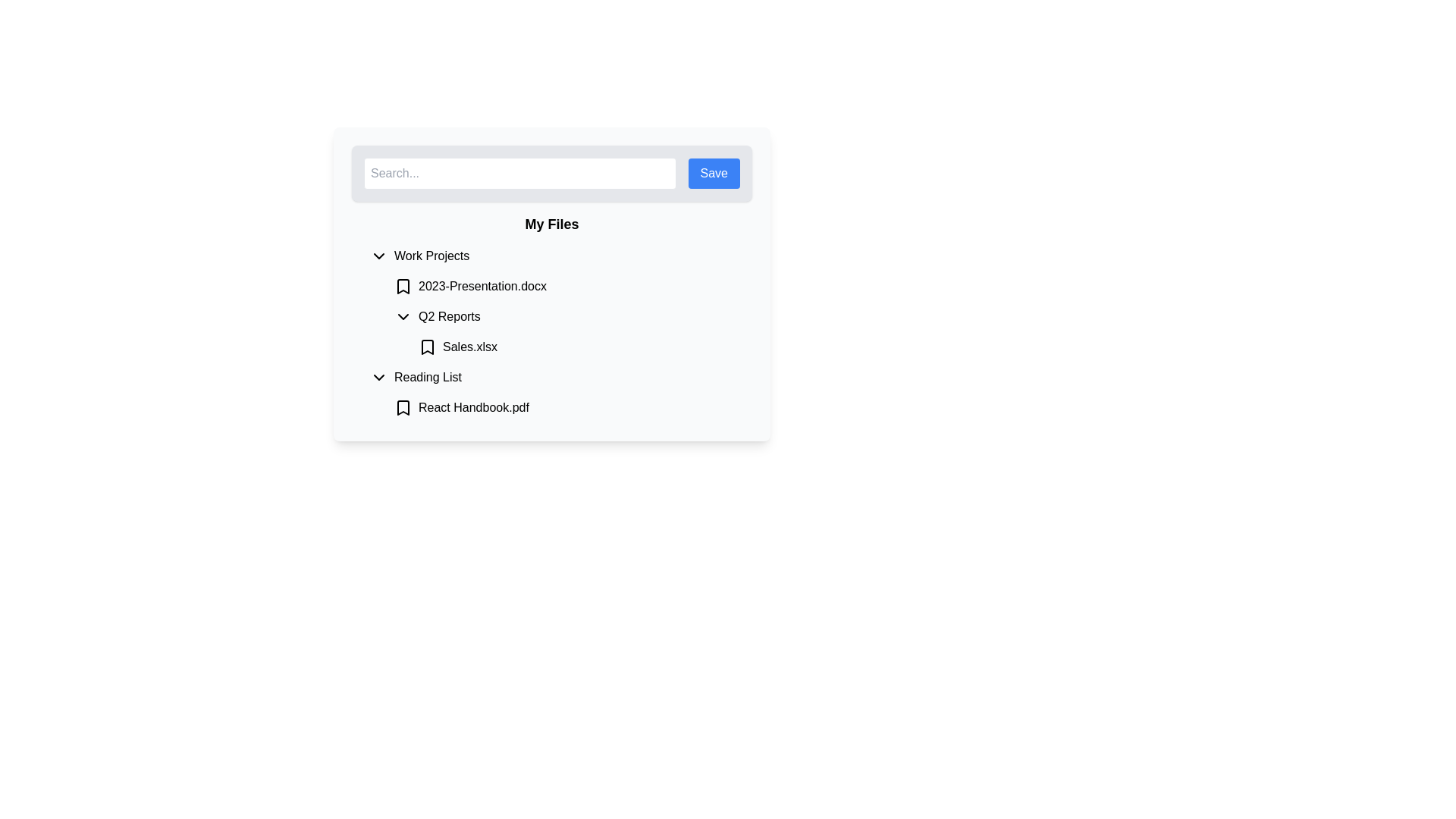 The height and width of the screenshot is (819, 1456). I want to click on the 'Q2 Reports' entry in the Work Projects section, so click(563, 315).